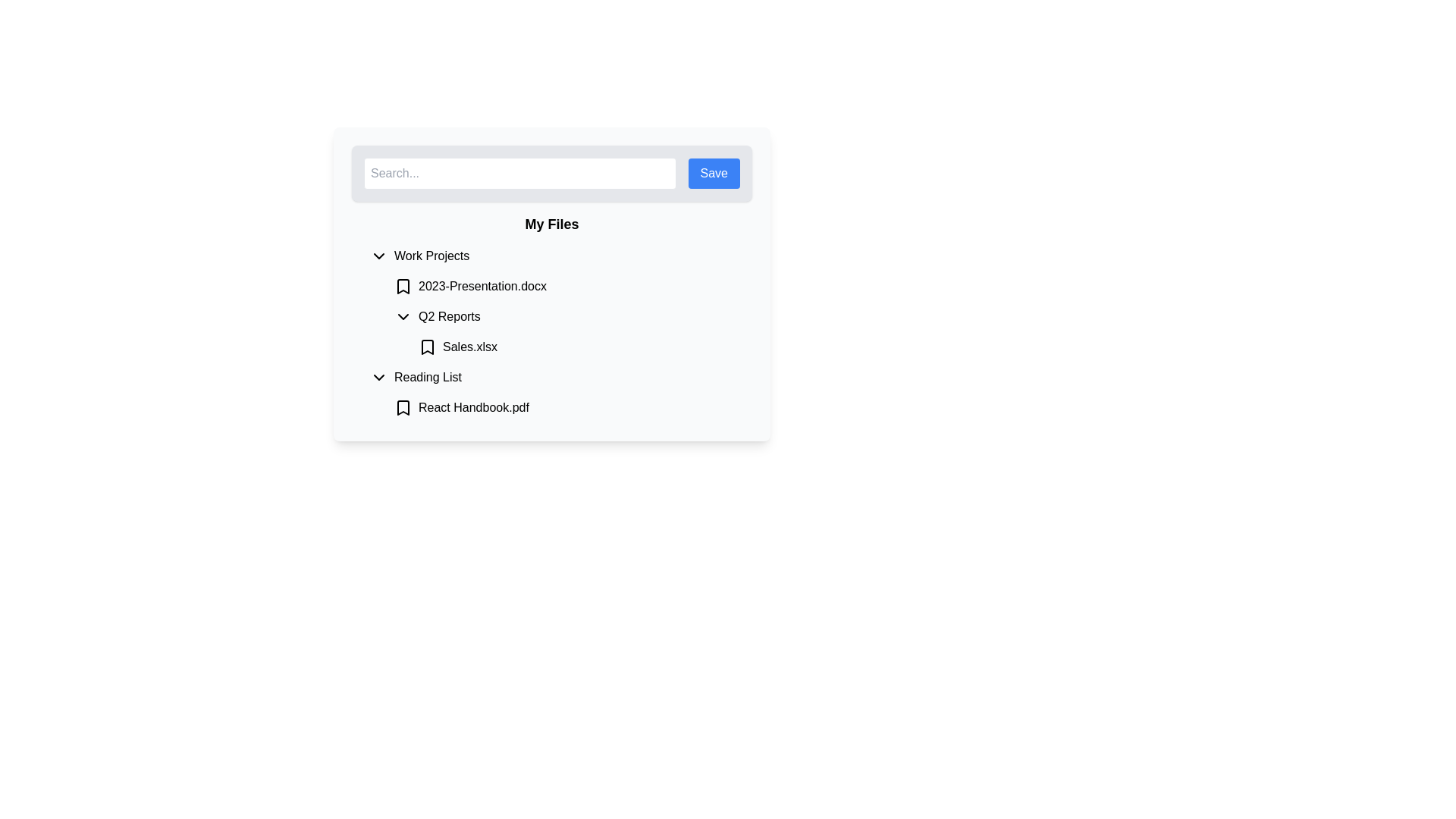 The height and width of the screenshot is (819, 1456). I want to click on the 'Q2 Reports' entry in the Work Projects section, so click(563, 315).